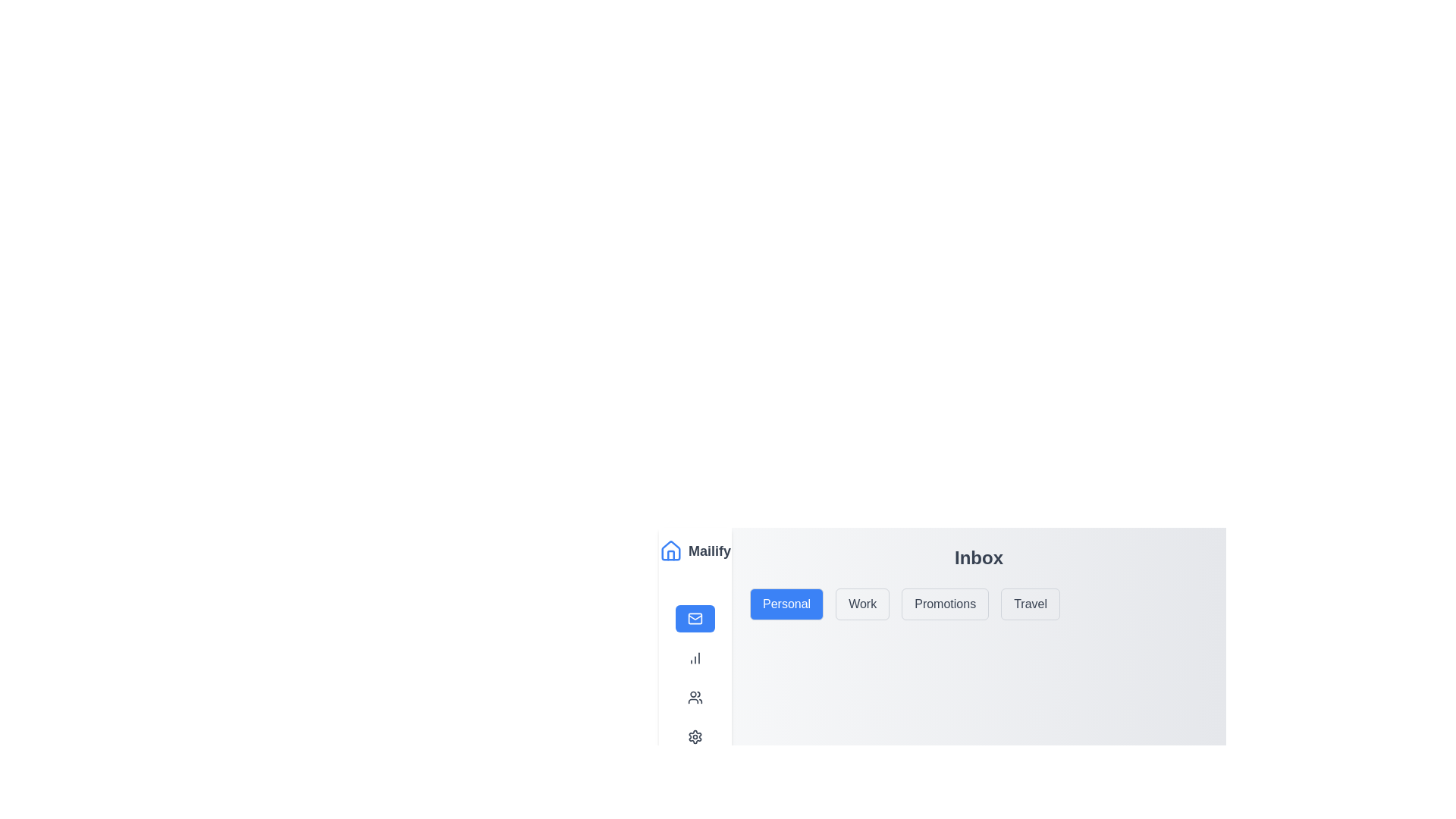 The width and height of the screenshot is (1456, 819). I want to click on the settings button located at the bottom of the vertical navigation sidebar, directly below the Profile button, so click(694, 736).